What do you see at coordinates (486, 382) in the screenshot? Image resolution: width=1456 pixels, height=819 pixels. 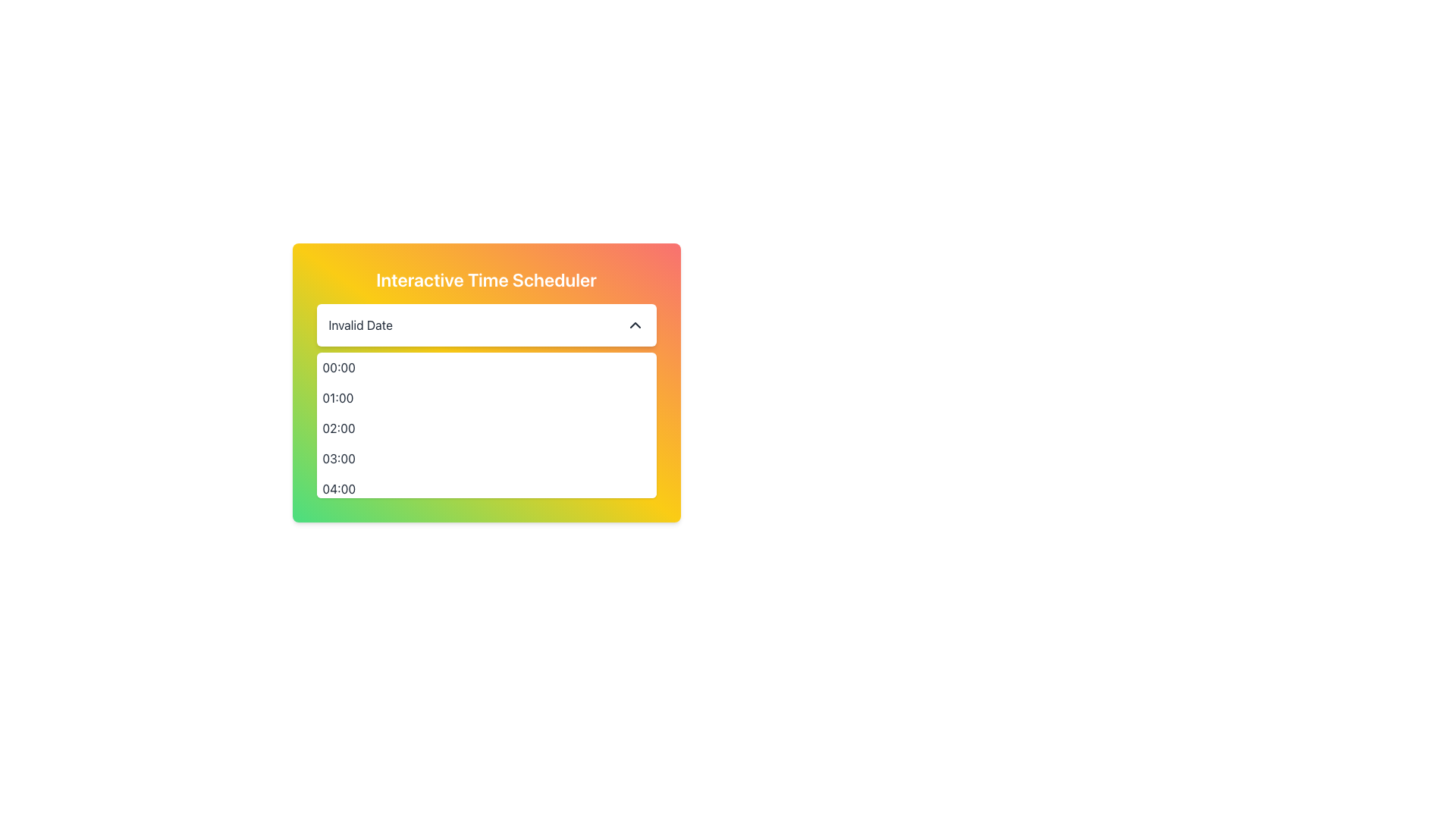 I see `the timeslot within the centered time selection panel` at bounding box center [486, 382].